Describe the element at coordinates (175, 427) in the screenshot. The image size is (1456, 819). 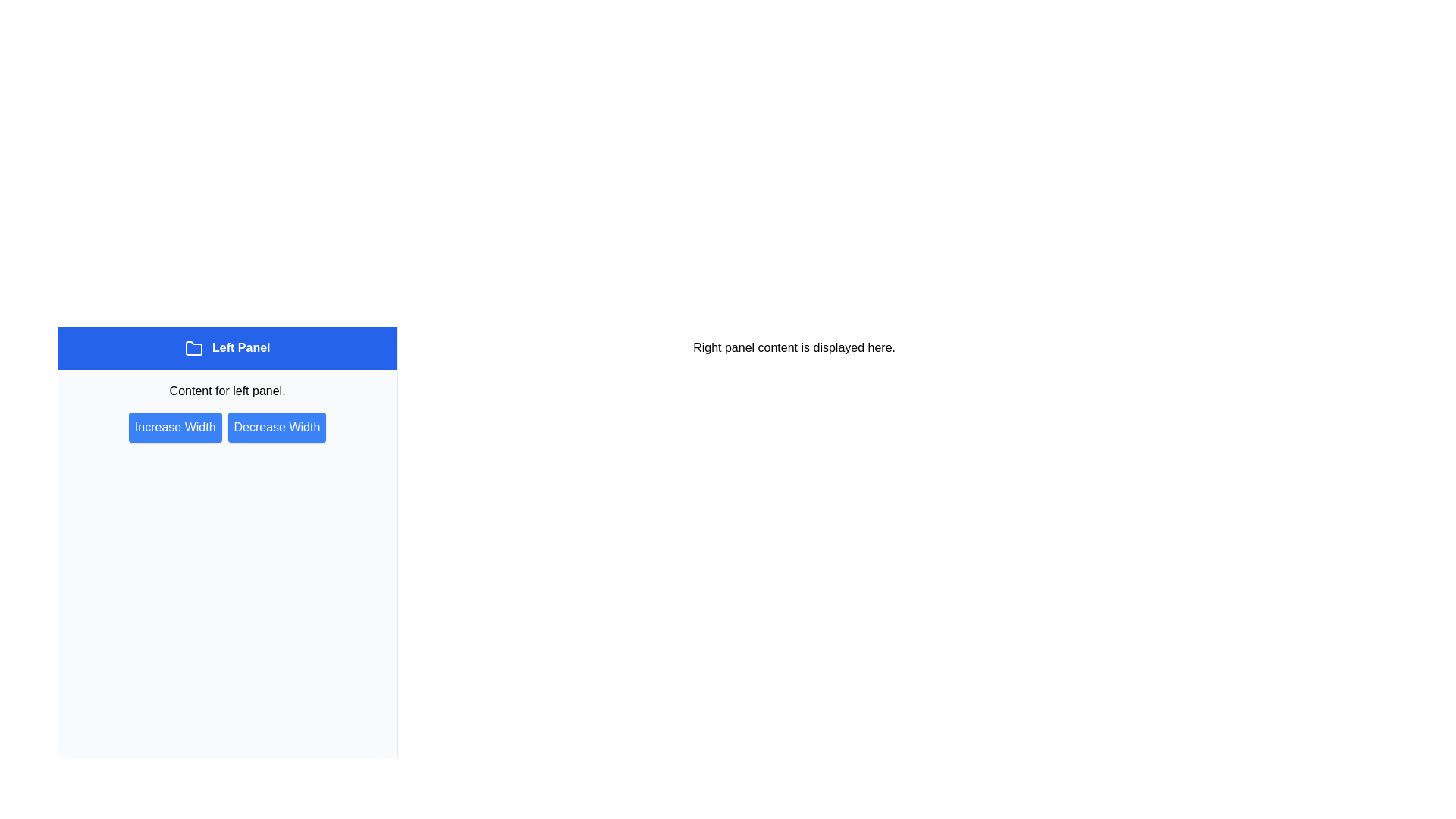
I see `the 'Increase Width' button, which is a rectangular button with a blue background and white text, located in the left panel of a horizontal button group` at that location.